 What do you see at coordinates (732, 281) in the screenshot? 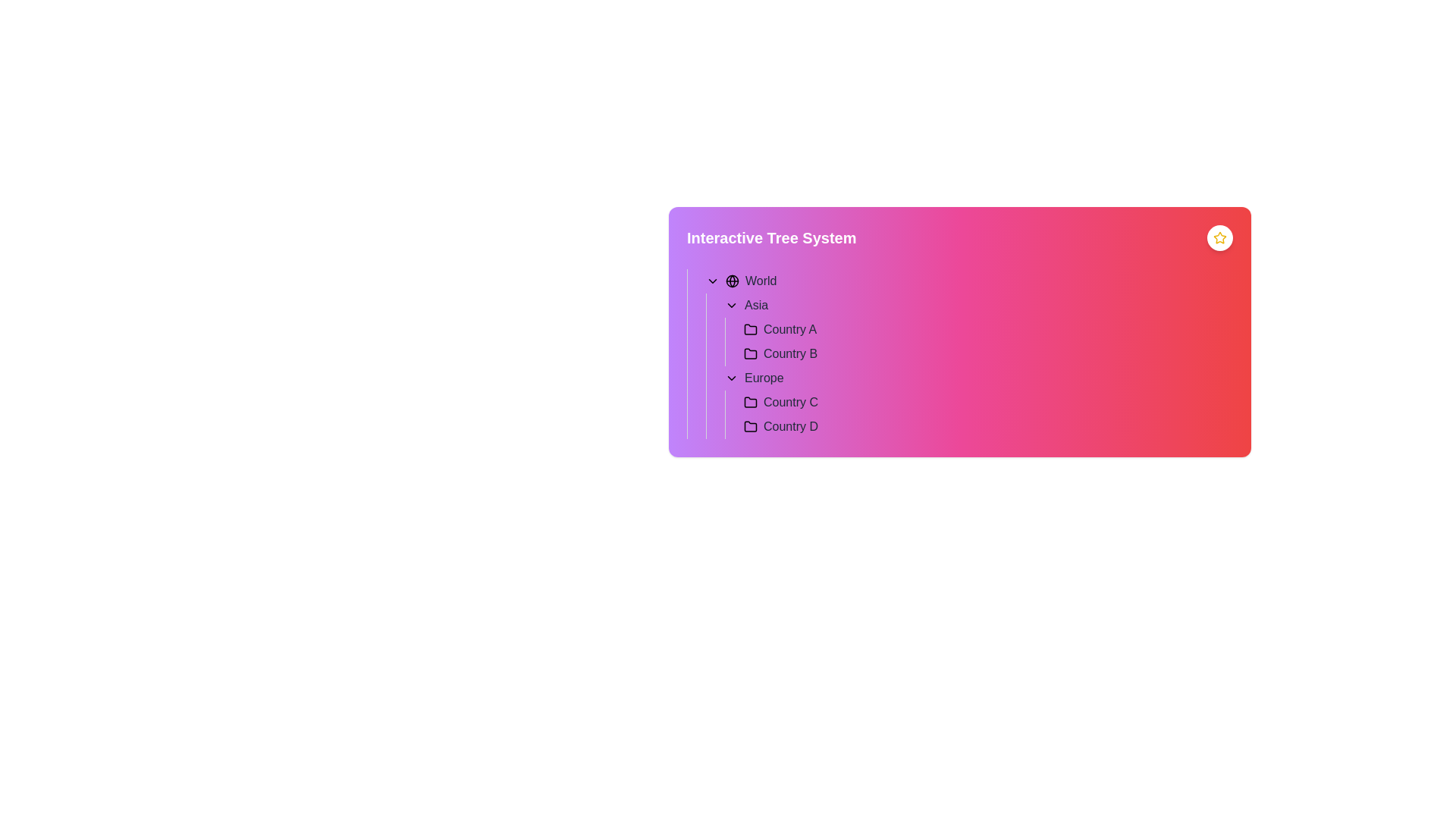
I see `the small circular SVG graphical element located at the upper left corner of the highlighted section of the globe icon` at bounding box center [732, 281].